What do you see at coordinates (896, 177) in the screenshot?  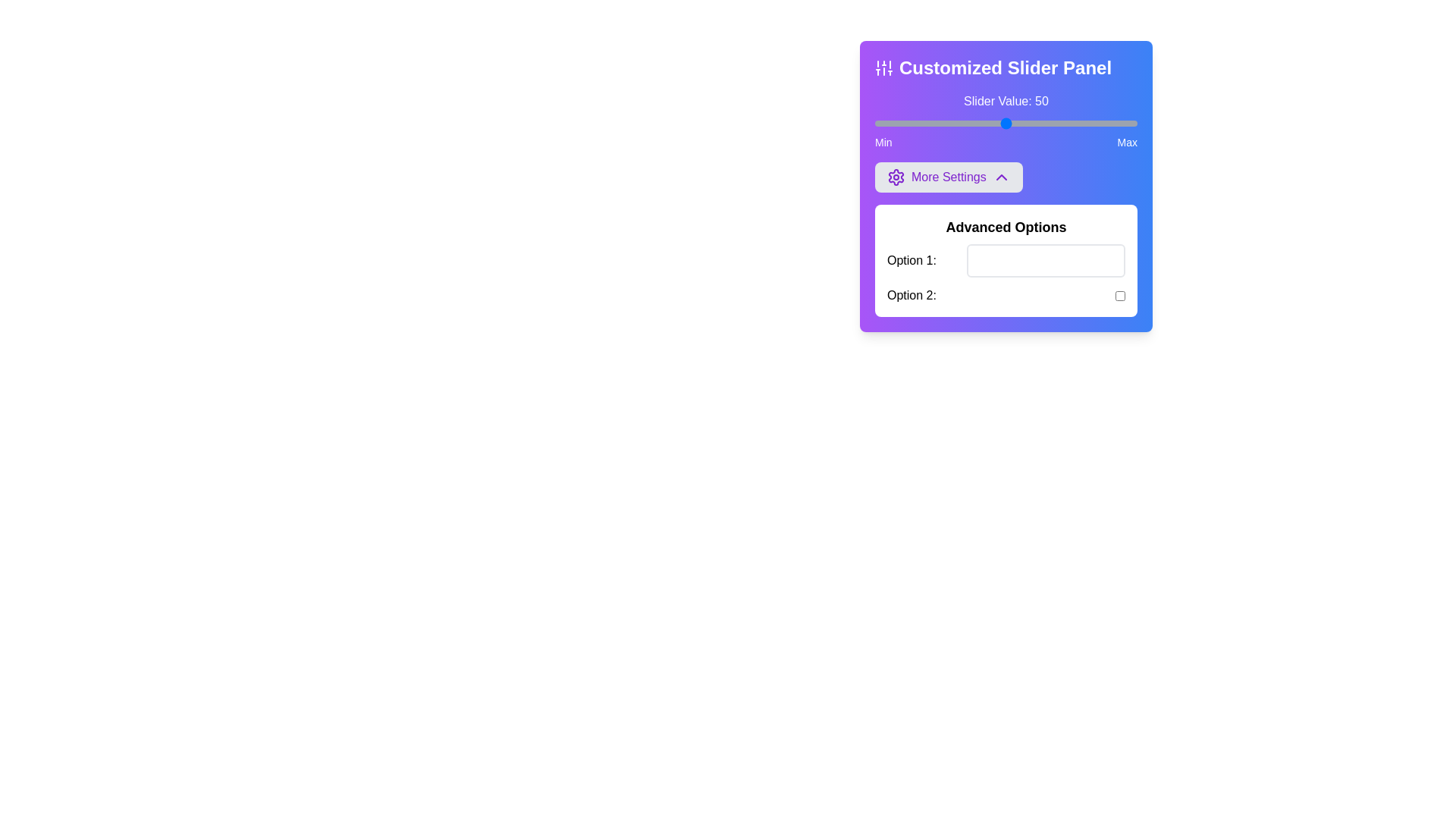 I see `the settings icon located to the left of the 'More Settings' button within the control panel` at bounding box center [896, 177].